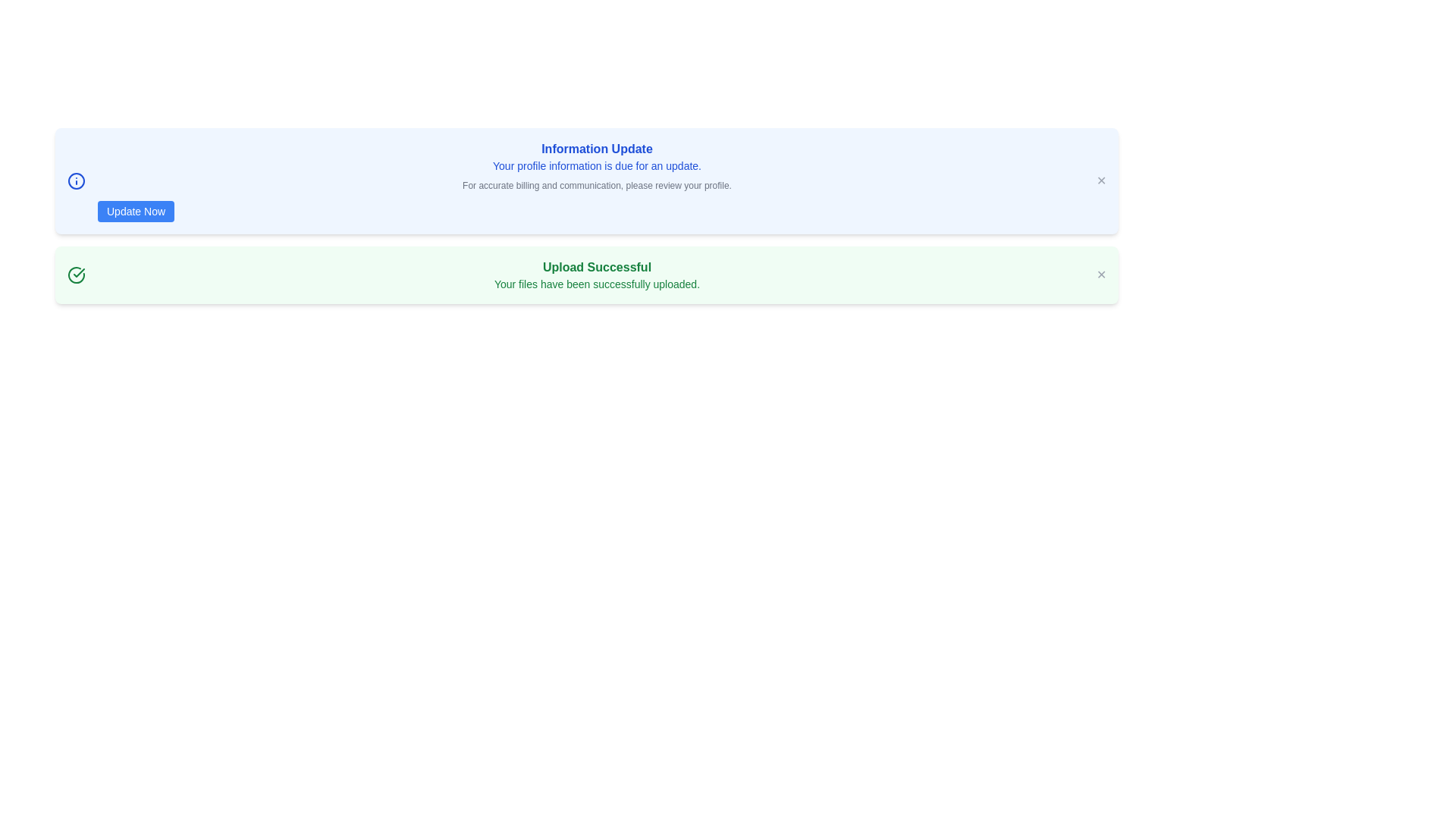 The image size is (1456, 819). What do you see at coordinates (75, 275) in the screenshot?
I see `the circular icon with a checkmark inside, which is located on the left side of the green notification bar that says 'Upload Successful'` at bounding box center [75, 275].